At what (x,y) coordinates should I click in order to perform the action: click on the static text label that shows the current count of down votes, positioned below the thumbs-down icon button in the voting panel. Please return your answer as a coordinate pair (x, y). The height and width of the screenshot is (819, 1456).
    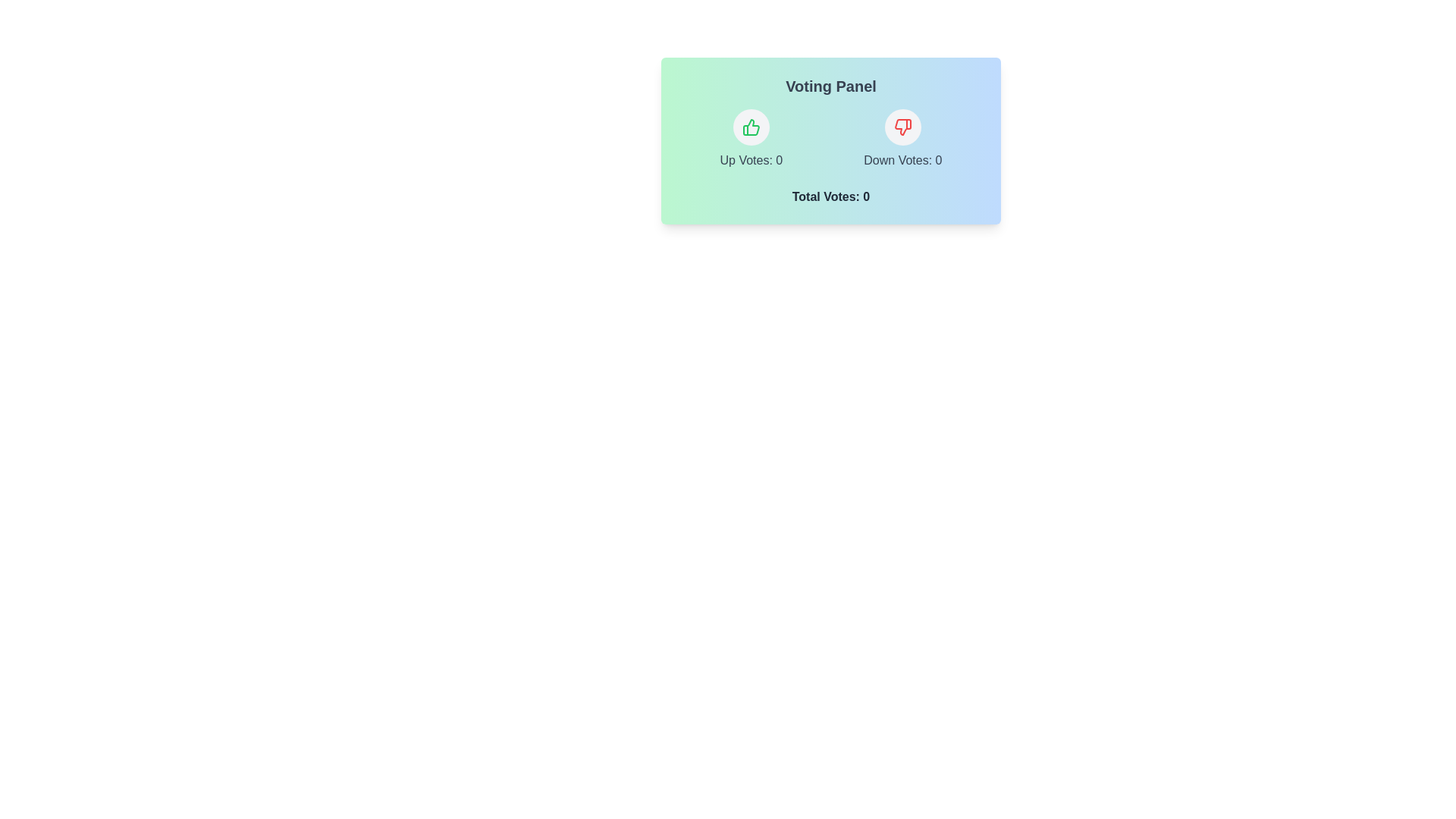
    Looking at the image, I should click on (902, 161).